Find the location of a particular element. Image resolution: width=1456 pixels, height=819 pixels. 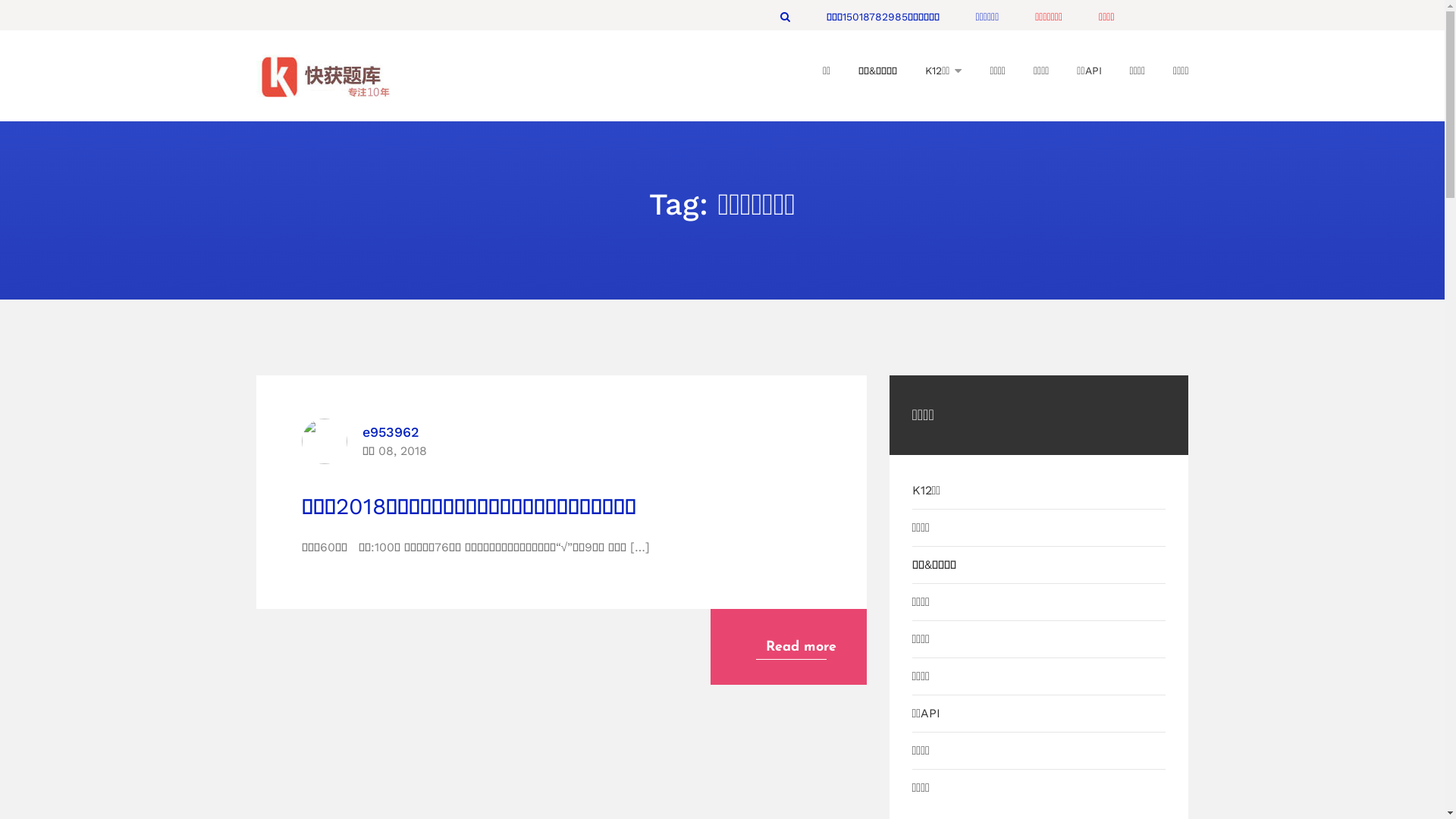

'e953962' is located at coordinates (394, 431).